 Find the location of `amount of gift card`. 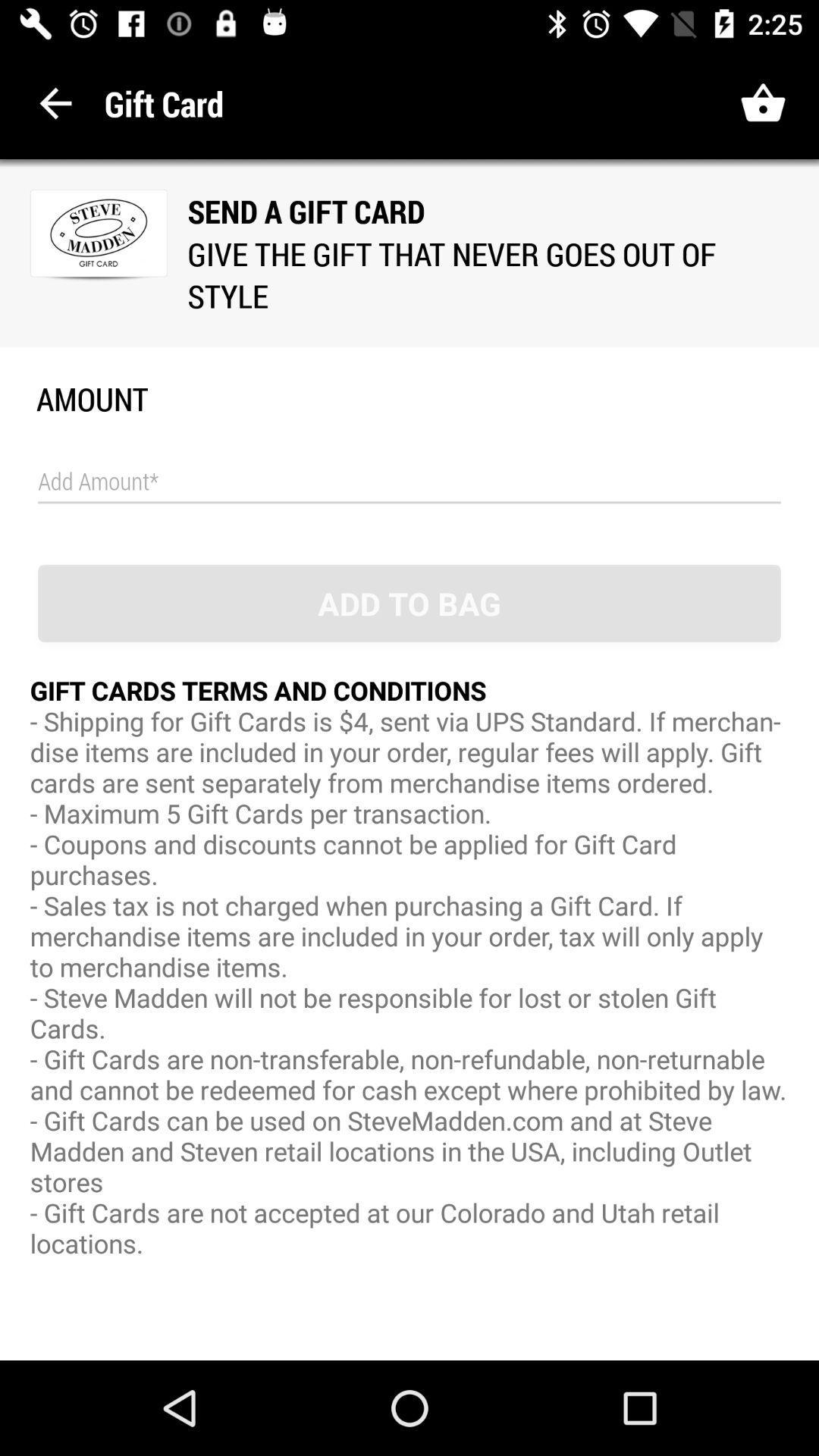

amount of gift card is located at coordinates (409, 481).